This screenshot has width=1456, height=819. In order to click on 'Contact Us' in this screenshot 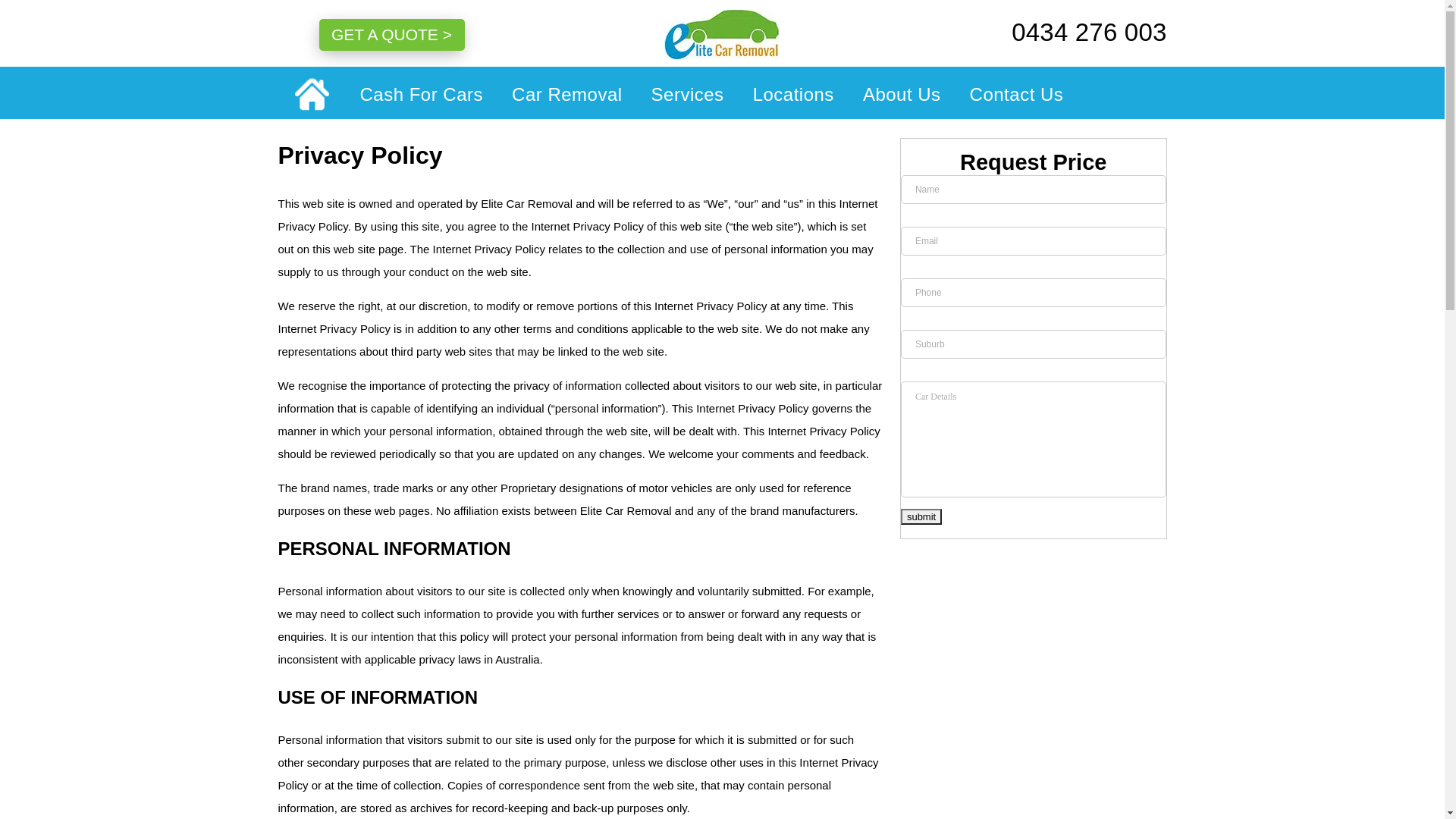, I will do `click(1009, 93)`.